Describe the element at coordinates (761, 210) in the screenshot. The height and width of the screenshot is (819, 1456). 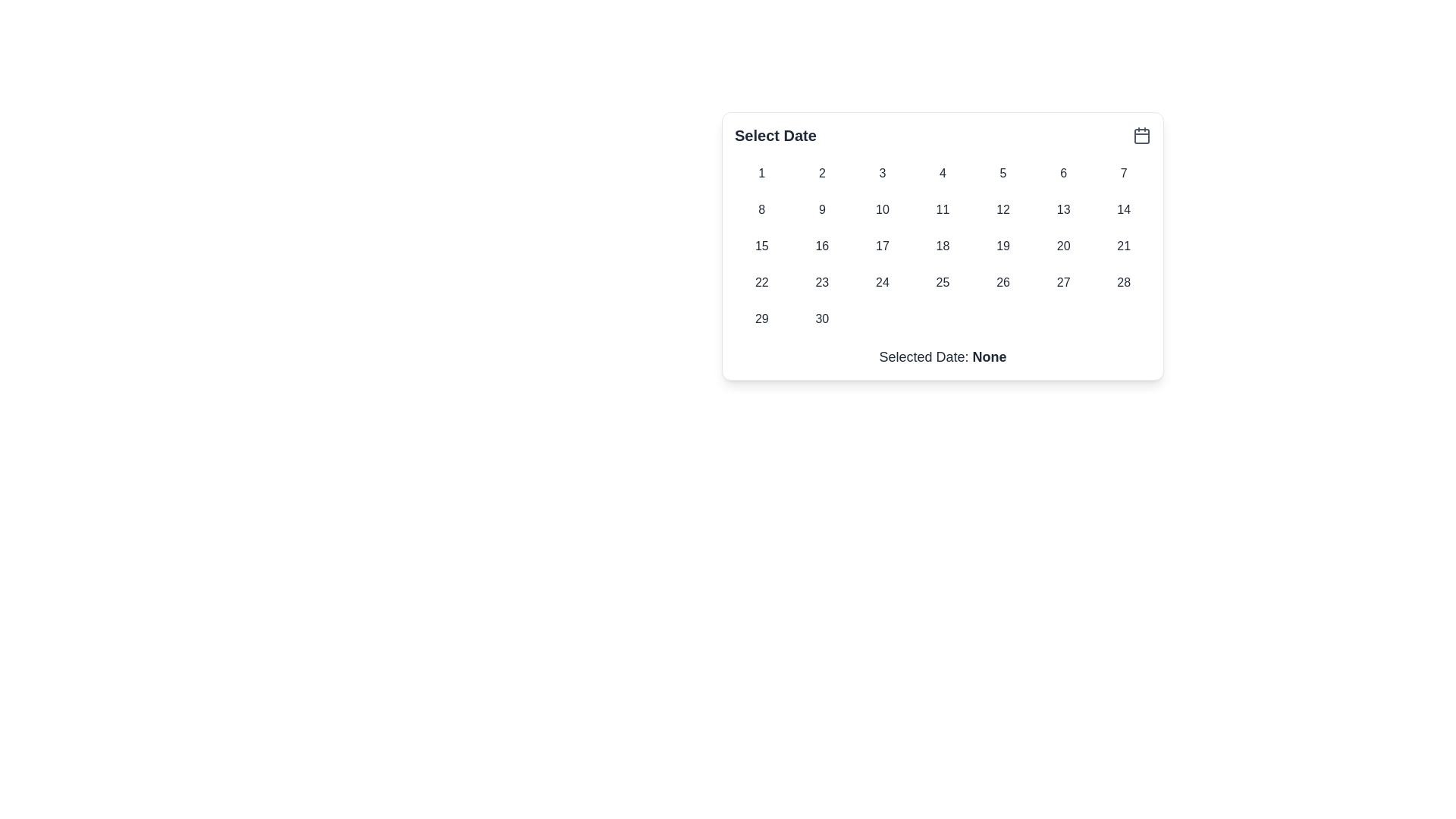
I see `the button displaying the number '8' located in the second row and first column of the date button grid within the 'Select Date' panel` at that location.